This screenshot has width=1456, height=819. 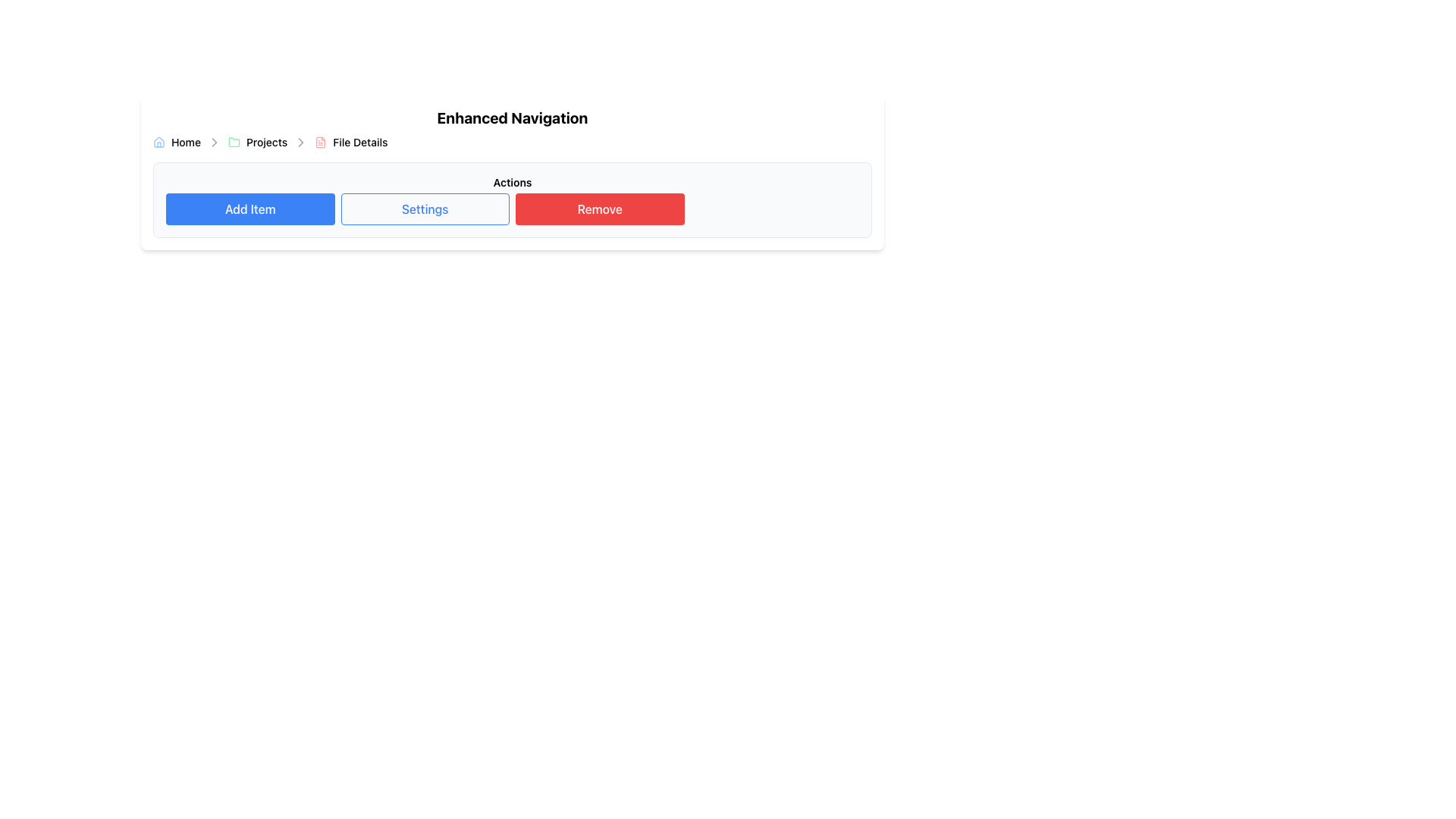 I want to click on the chevron icon in the breadcrumb navigation bar, which is located between the 'Home' and 'Projects' labels, indicating a hierarchical structure, so click(x=301, y=143).